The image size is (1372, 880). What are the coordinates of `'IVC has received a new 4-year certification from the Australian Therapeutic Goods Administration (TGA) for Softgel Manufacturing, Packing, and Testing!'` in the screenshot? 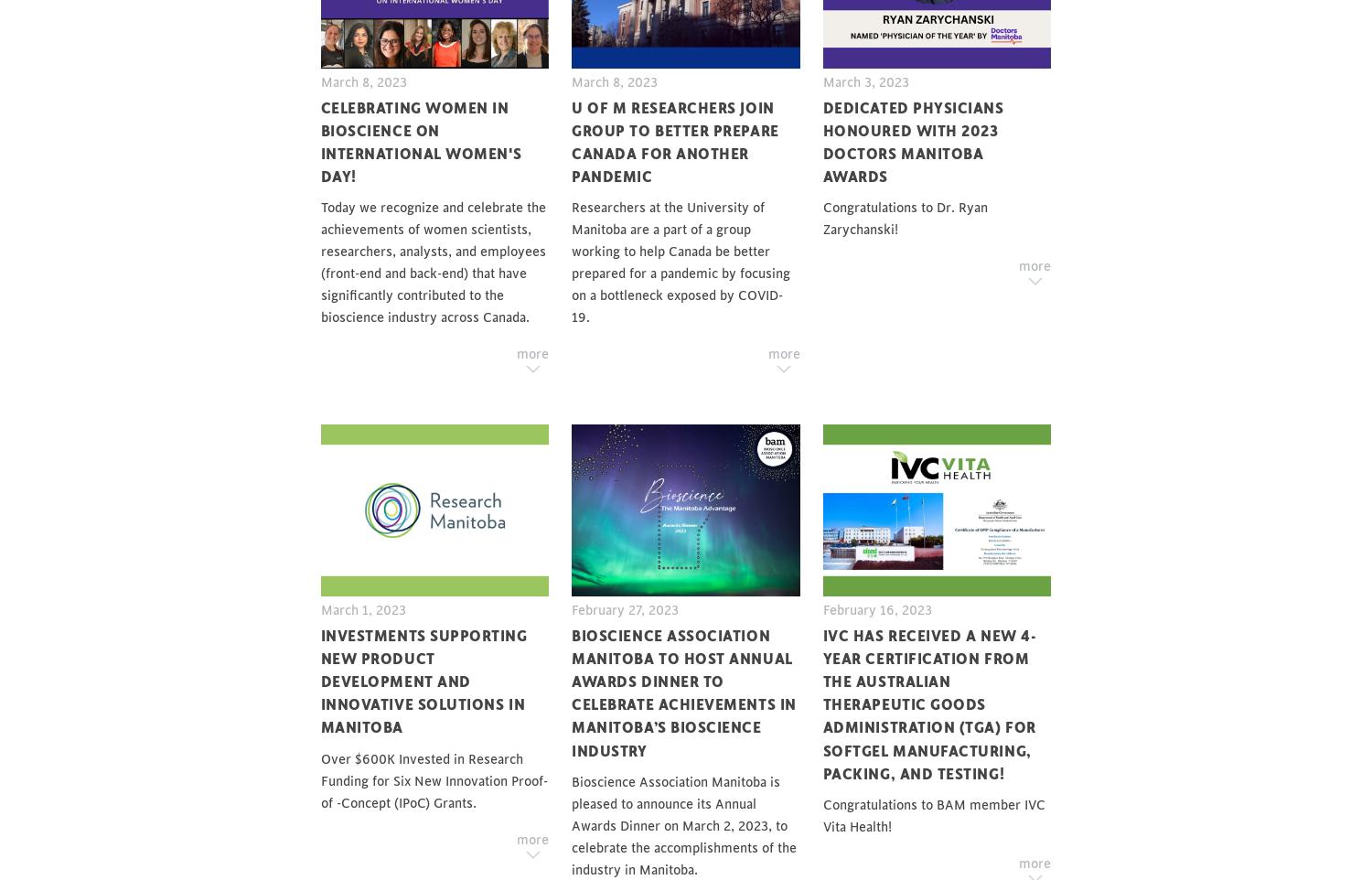 It's located at (928, 703).